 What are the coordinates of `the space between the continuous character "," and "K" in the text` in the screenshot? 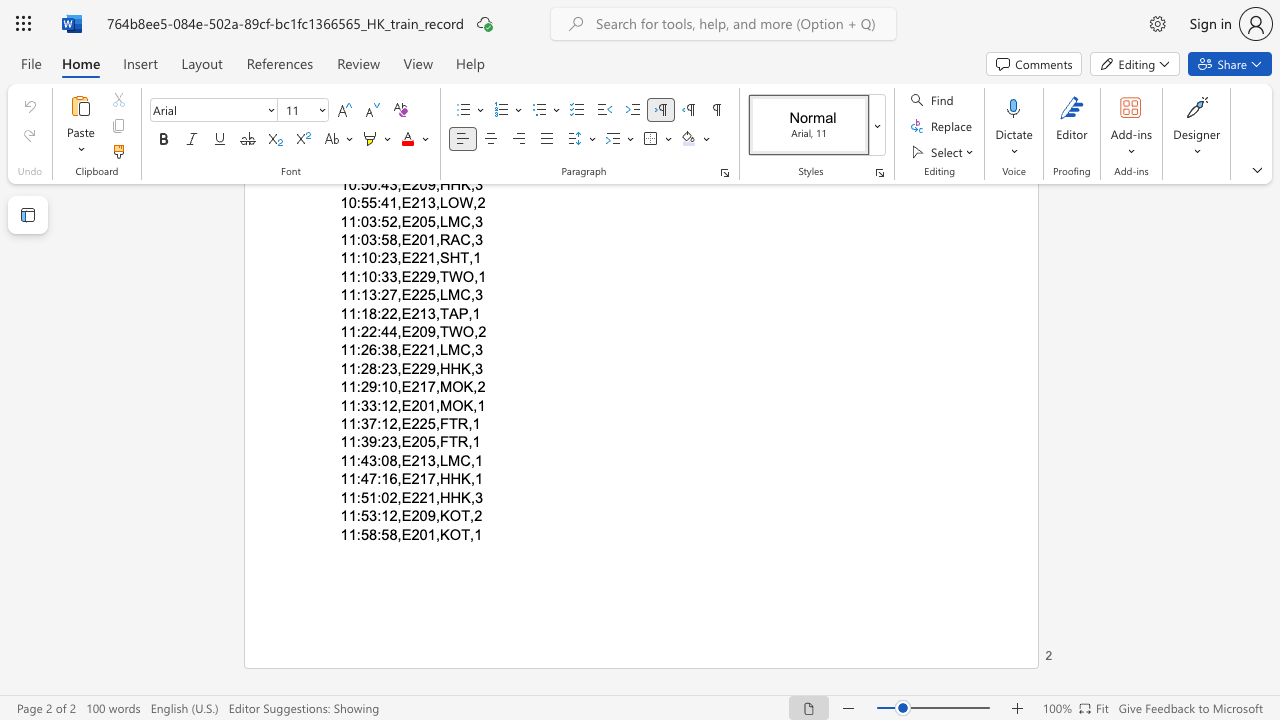 It's located at (440, 533).